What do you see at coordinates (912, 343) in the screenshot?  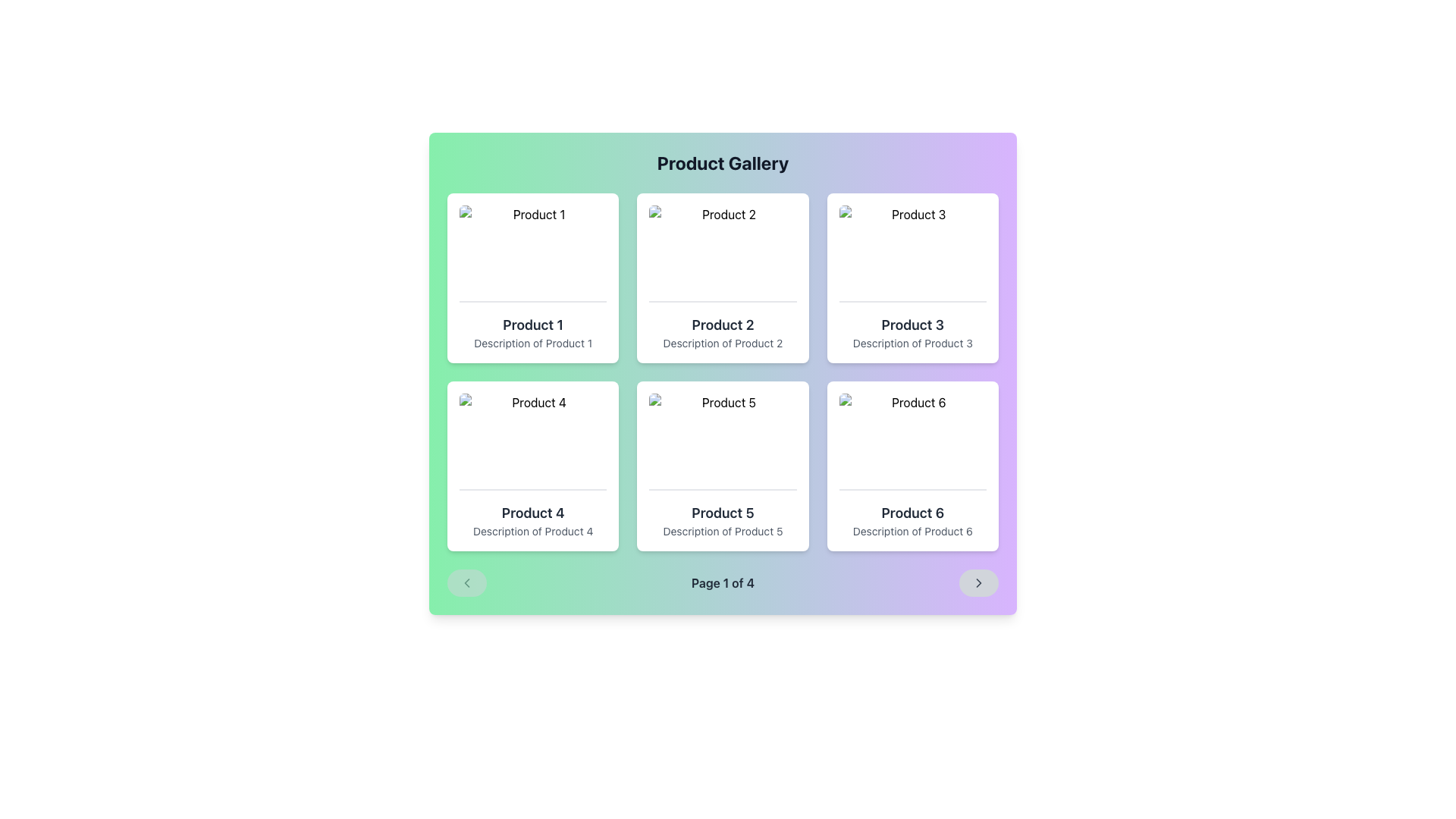 I see `the non-interactive text label displaying information about 'Product 3', located in the third card of a grid layout, second row, last column` at bounding box center [912, 343].